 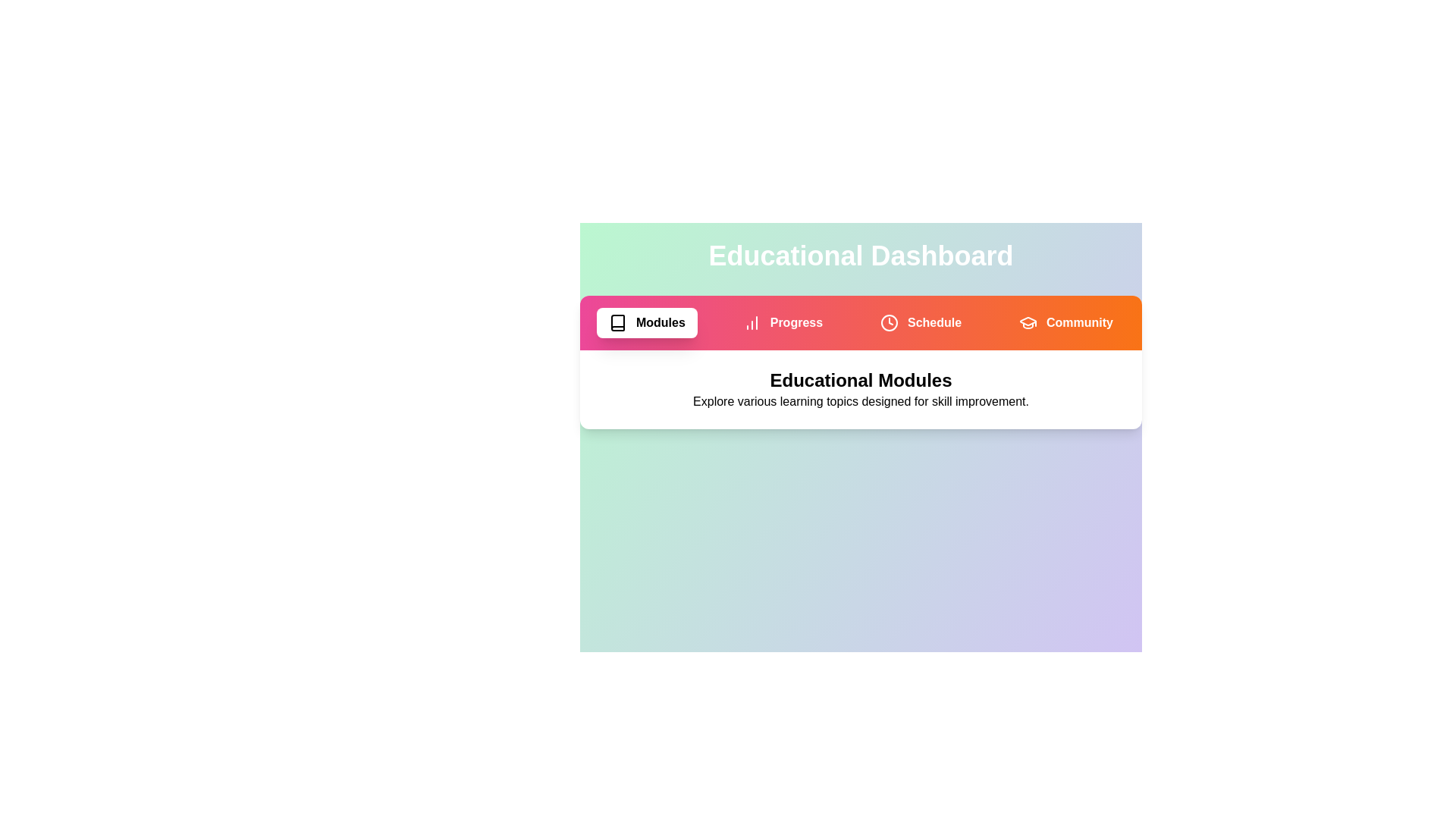 What do you see at coordinates (889, 322) in the screenshot?
I see `the circle in the clock icon, which is the outermost component of an SVG-based clock icon located in the horizontal navigation bar at the top of the dashboard` at bounding box center [889, 322].